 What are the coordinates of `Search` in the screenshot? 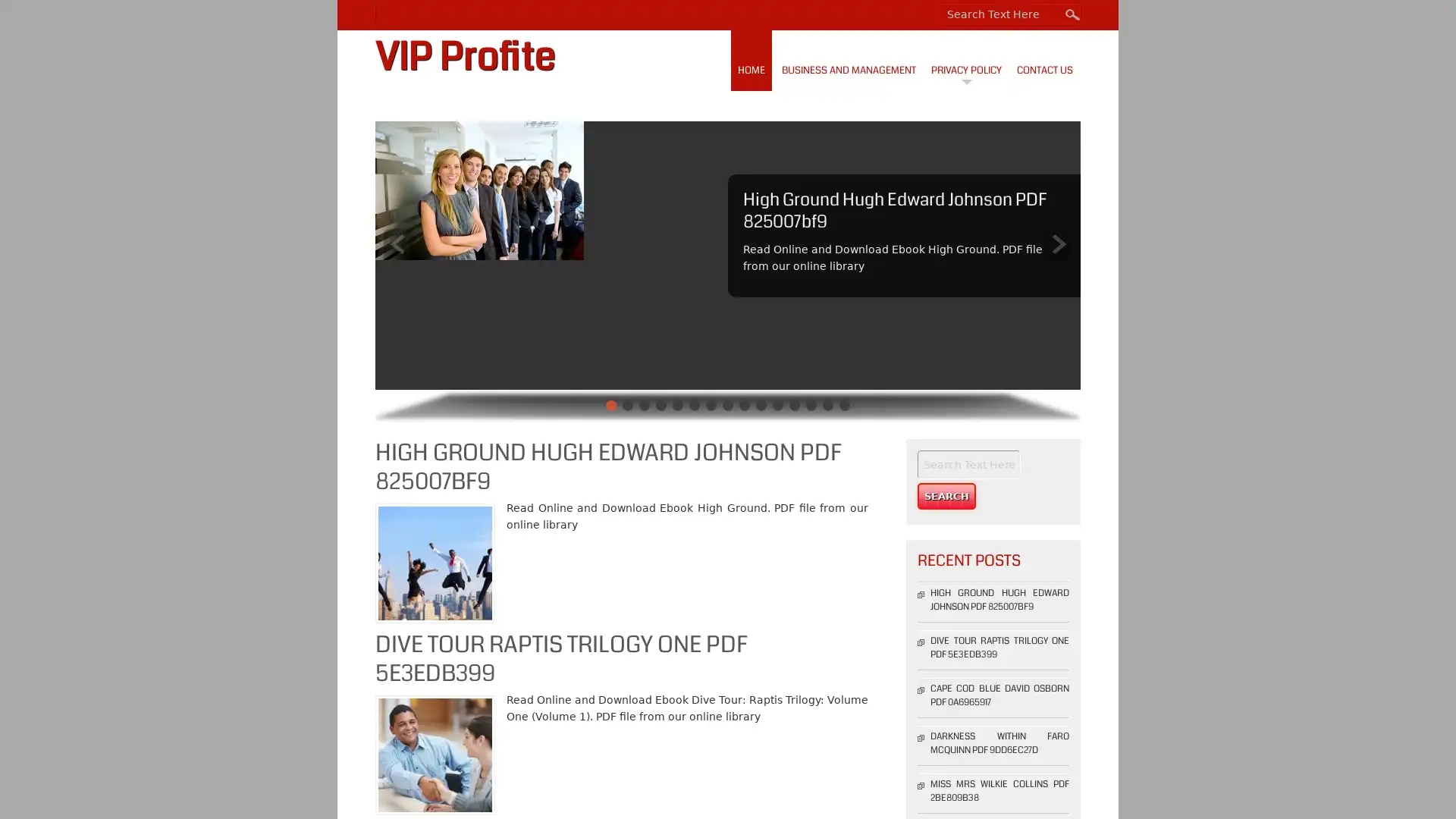 It's located at (946, 496).